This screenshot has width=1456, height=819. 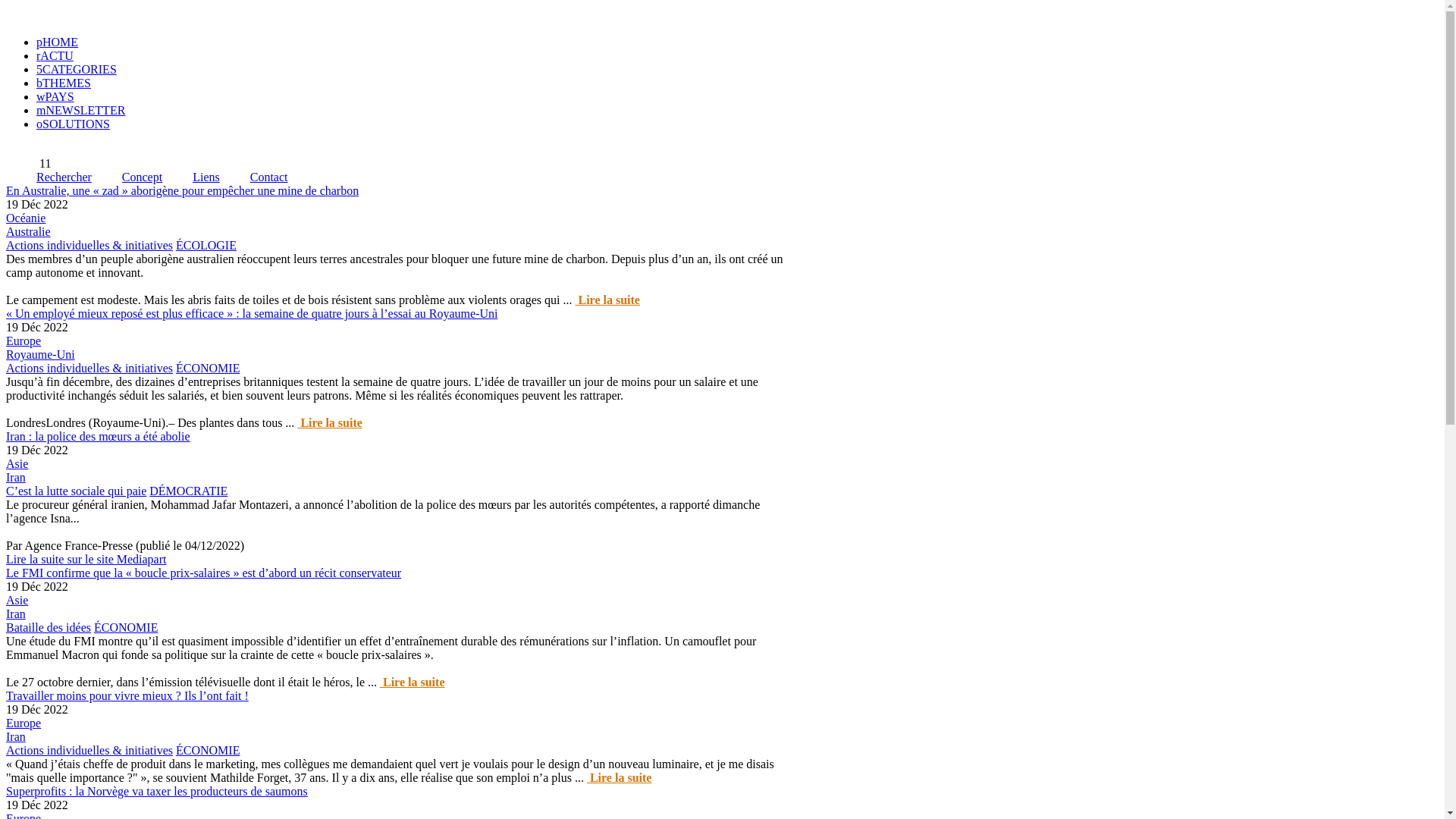 I want to click on 'Rechercher', so click(x=49, y=176).